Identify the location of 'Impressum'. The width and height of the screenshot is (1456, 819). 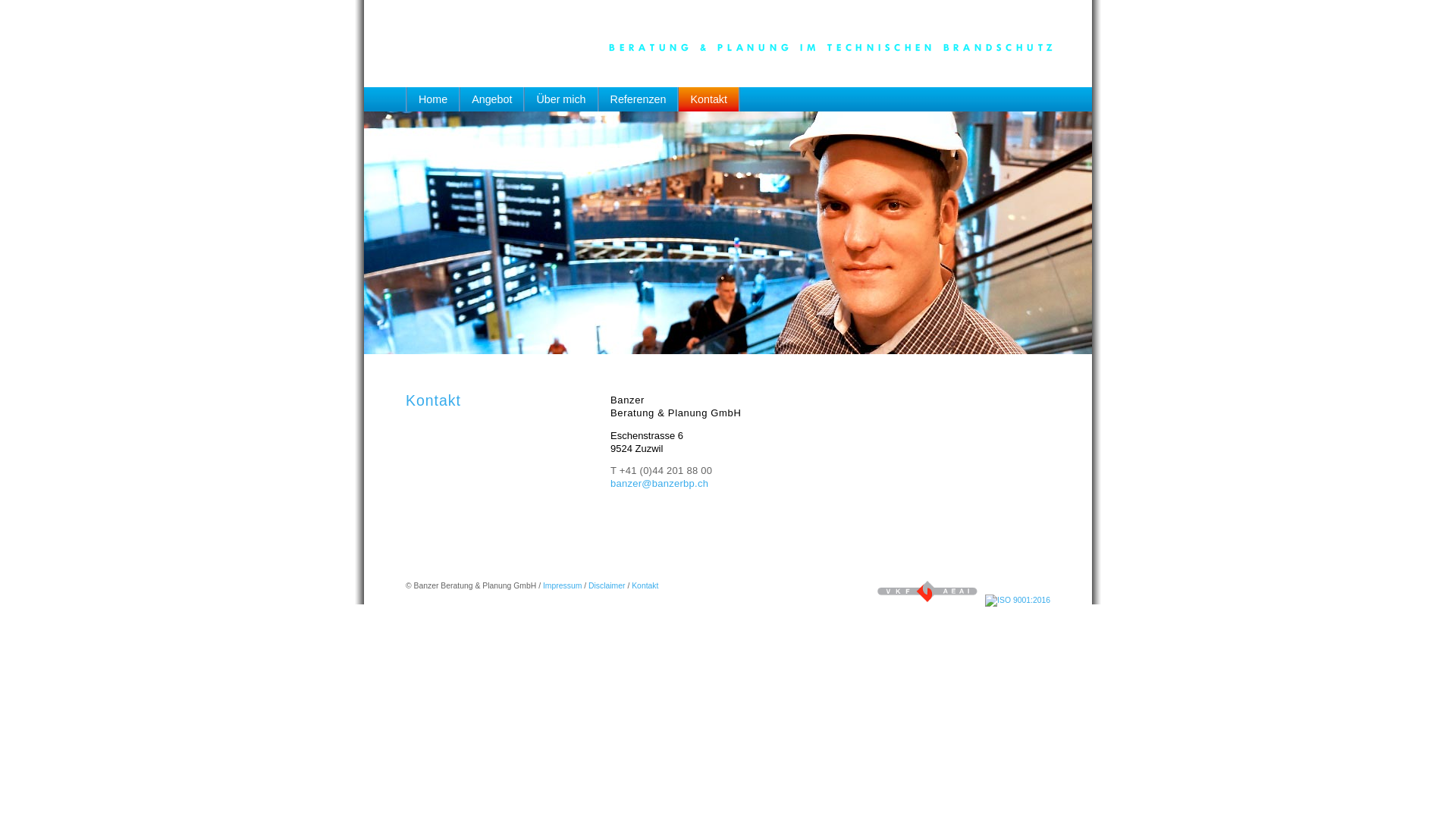
(561, 585).